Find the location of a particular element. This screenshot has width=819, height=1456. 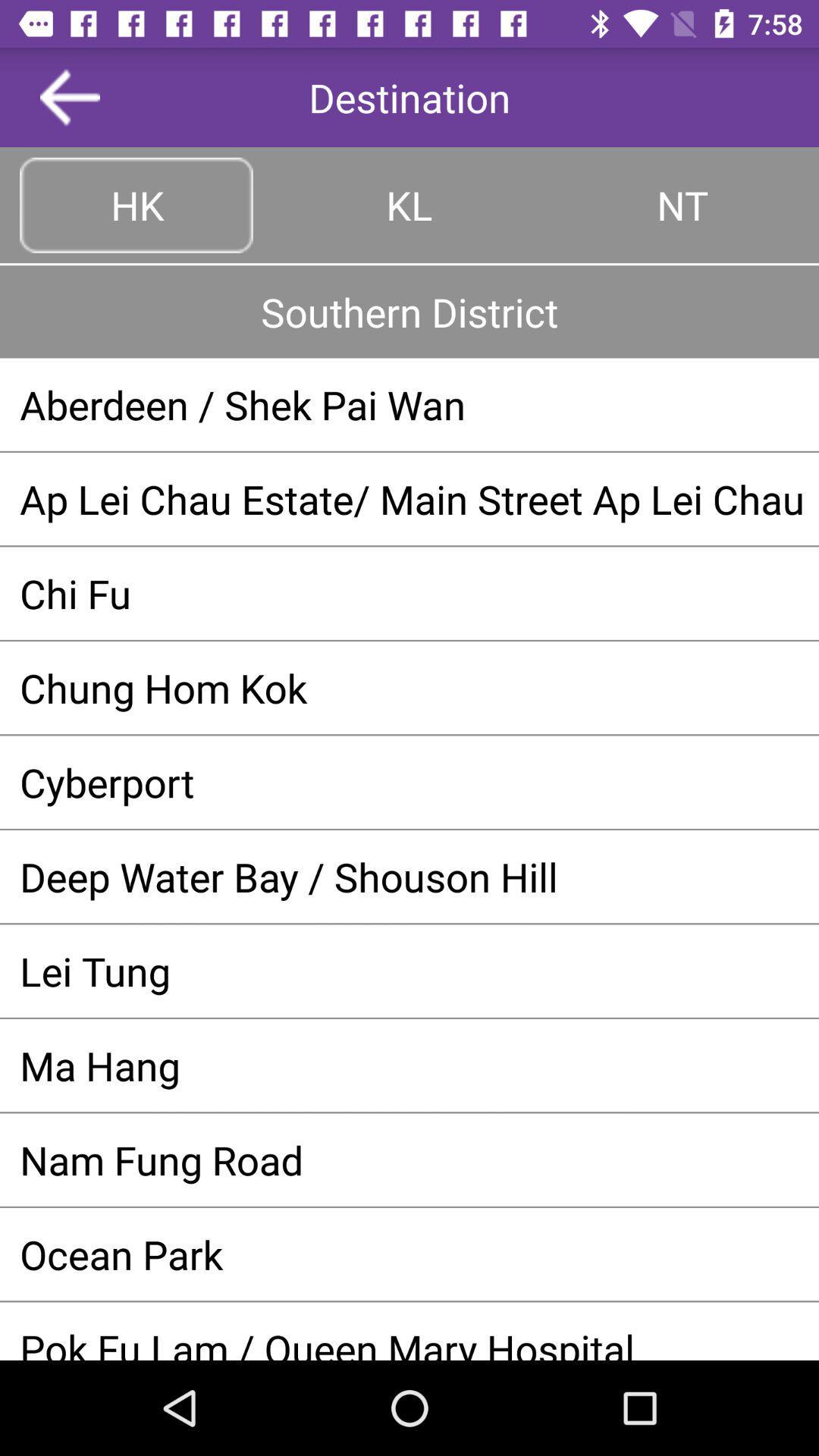

icon below ocean park app is located at coordinates (409, 1341).